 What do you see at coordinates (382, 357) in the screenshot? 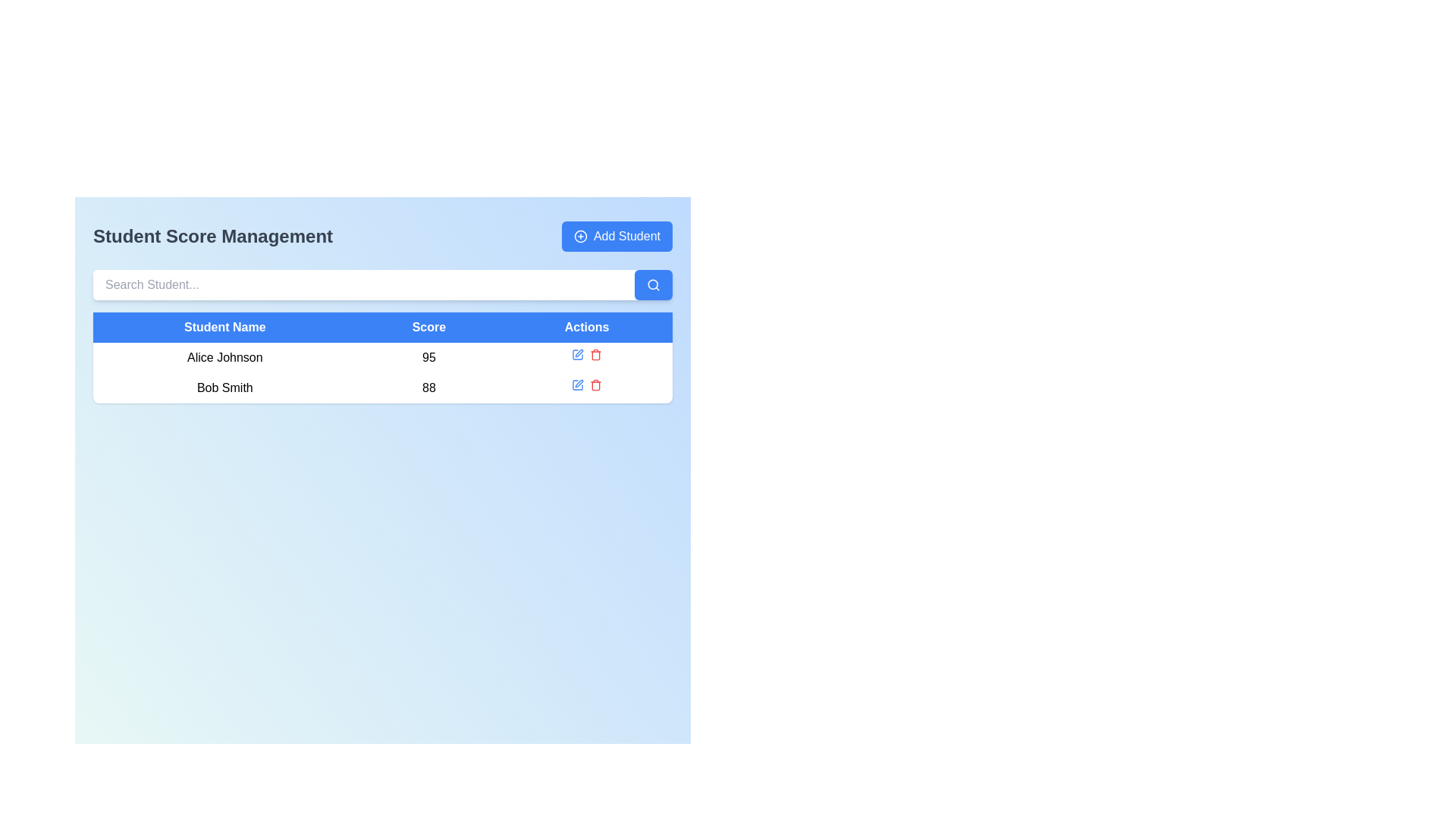
I see `the first row of the table that represents the student entry for 'Alice Johnson' with a score of '95', as it is interactive` at bounding box center [382, 357].